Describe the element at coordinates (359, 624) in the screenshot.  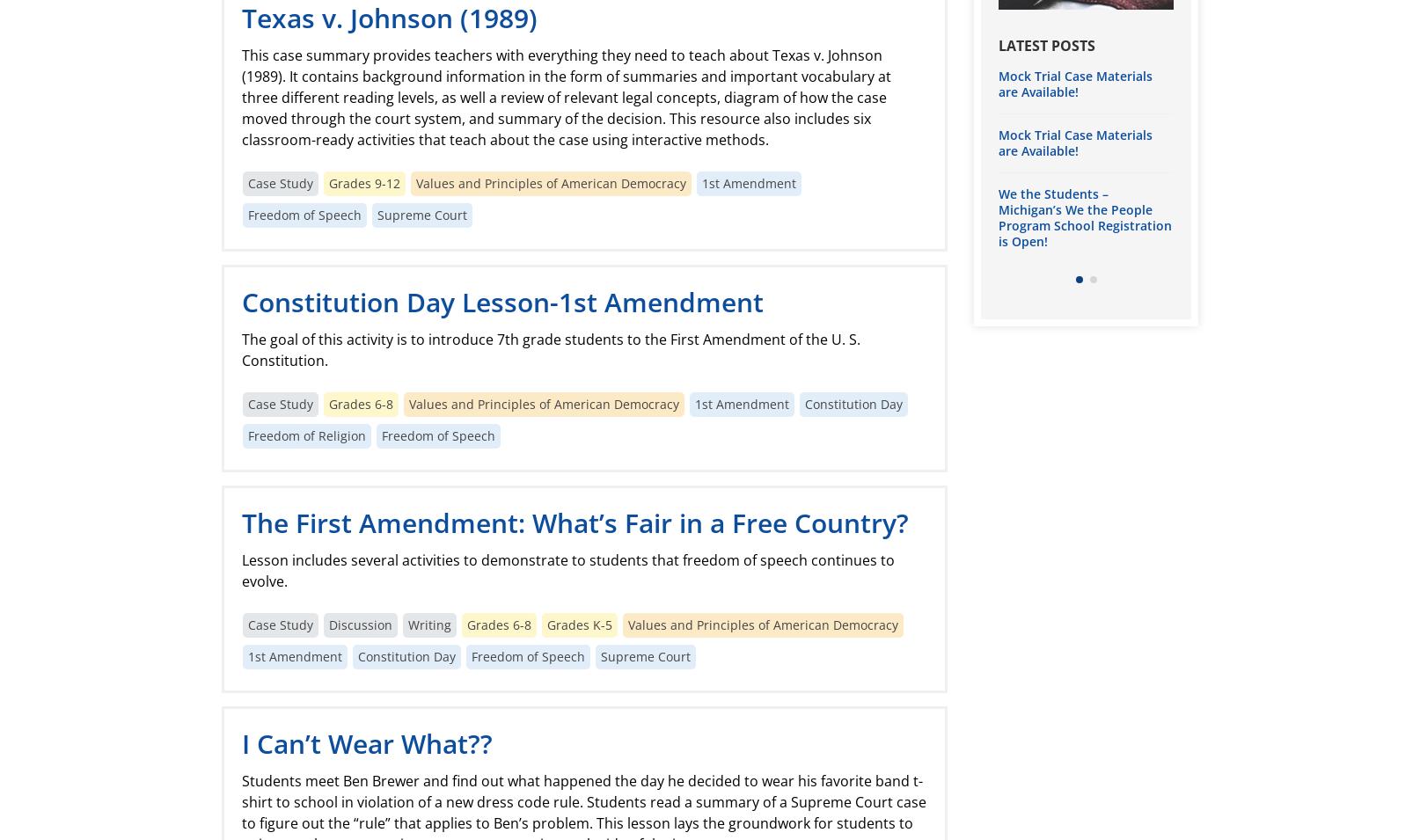
I see `'Discussion'` at that location.